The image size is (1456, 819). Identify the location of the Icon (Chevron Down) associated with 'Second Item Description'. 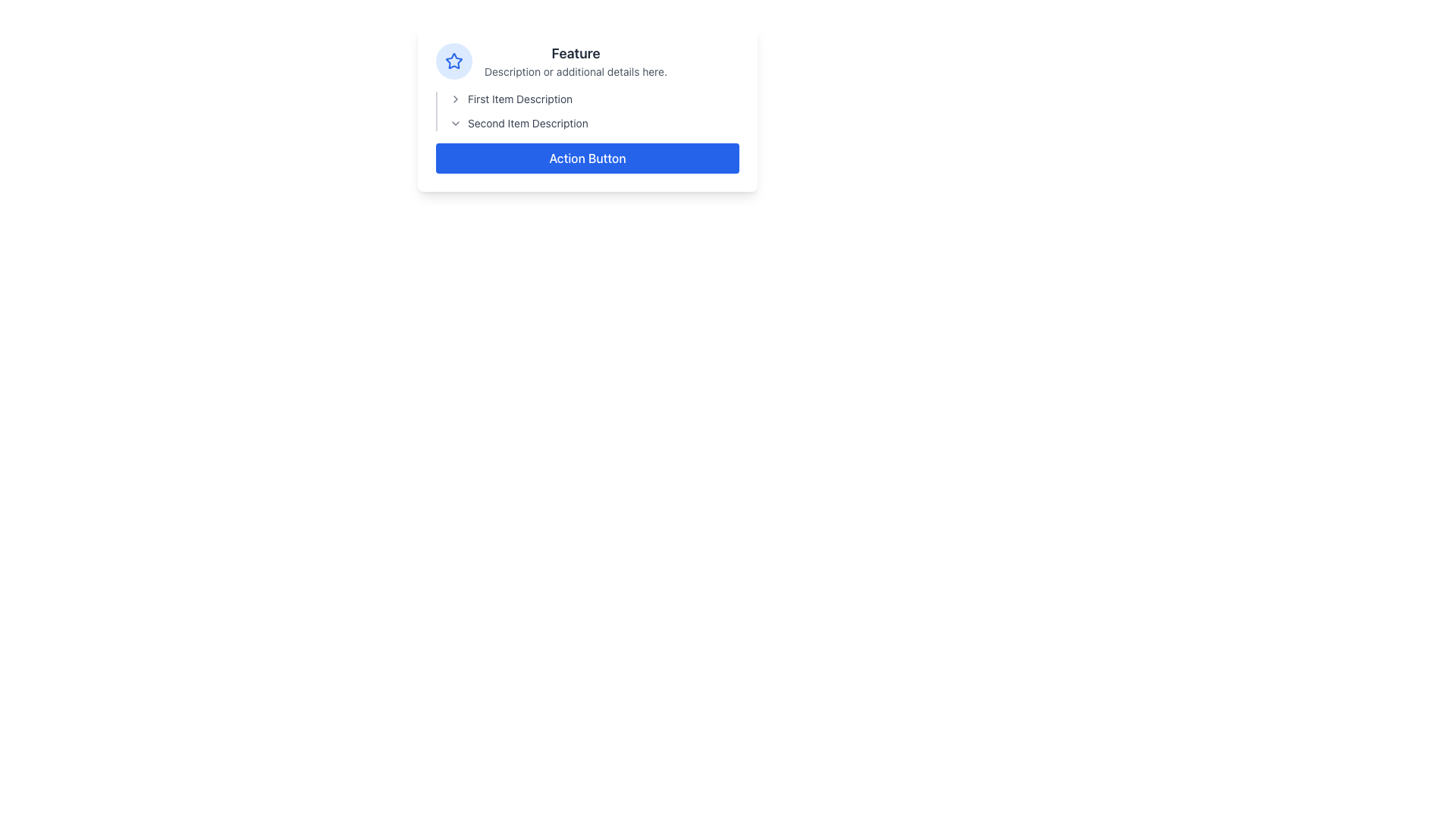
(454, 122).